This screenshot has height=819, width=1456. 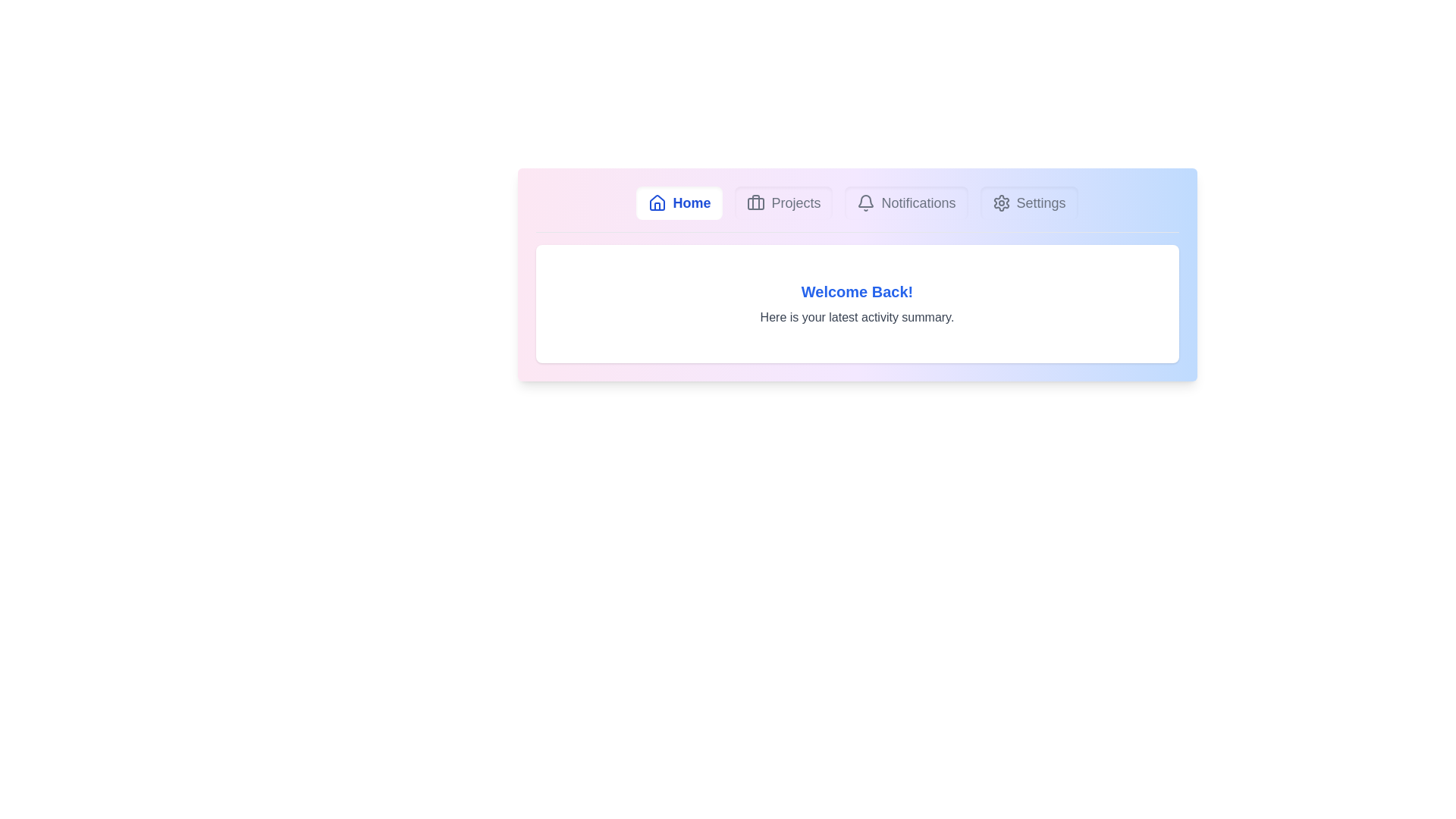 What do you see at coordinates (1029, 202) in the screenshot?
I see `the tab labeled Settings to observe visual feedback` at bounding box center [1029, 202].